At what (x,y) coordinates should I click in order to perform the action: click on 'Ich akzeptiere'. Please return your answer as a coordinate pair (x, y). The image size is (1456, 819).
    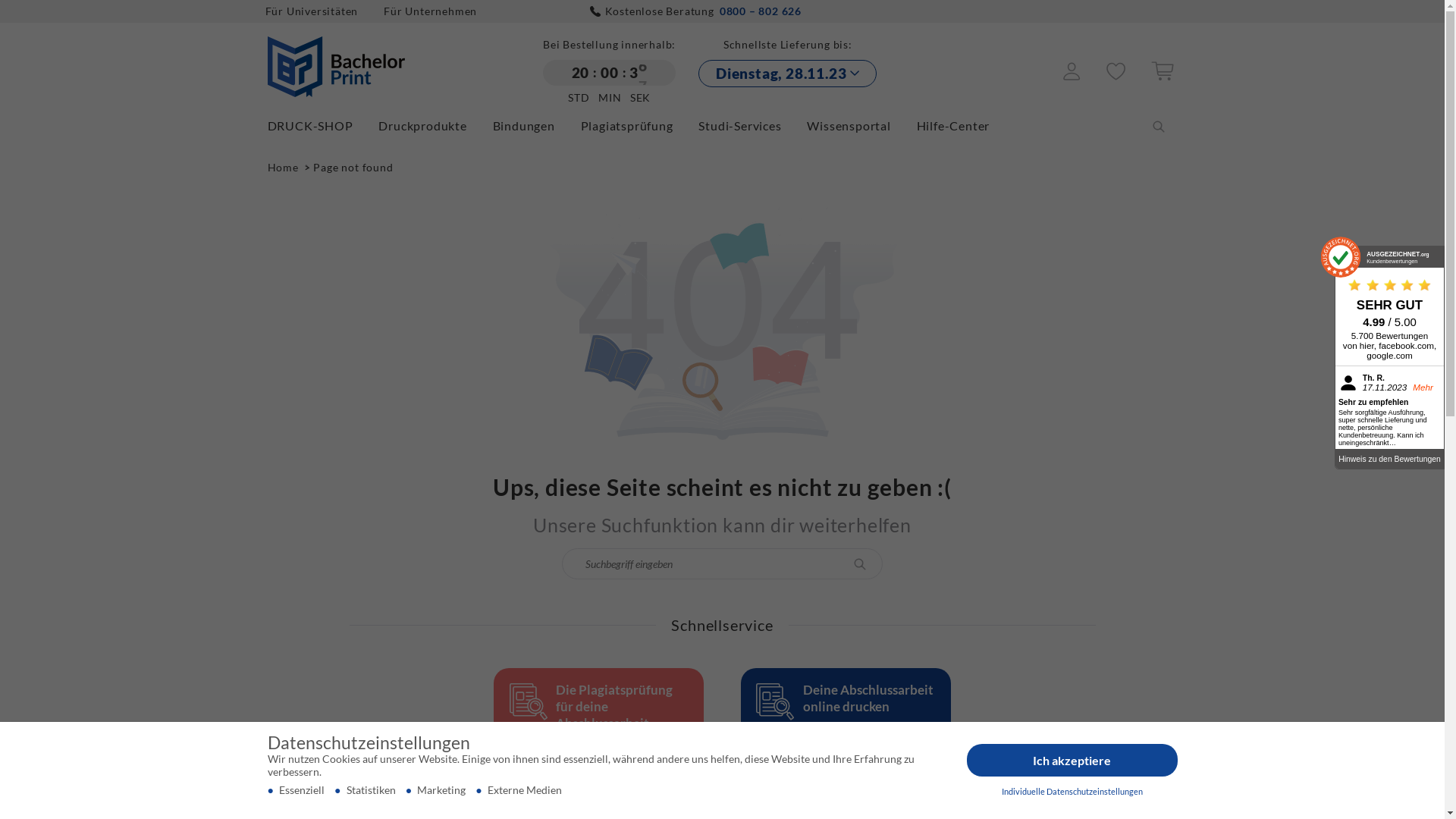
    Looking at the image, I should click on (1072, 760).